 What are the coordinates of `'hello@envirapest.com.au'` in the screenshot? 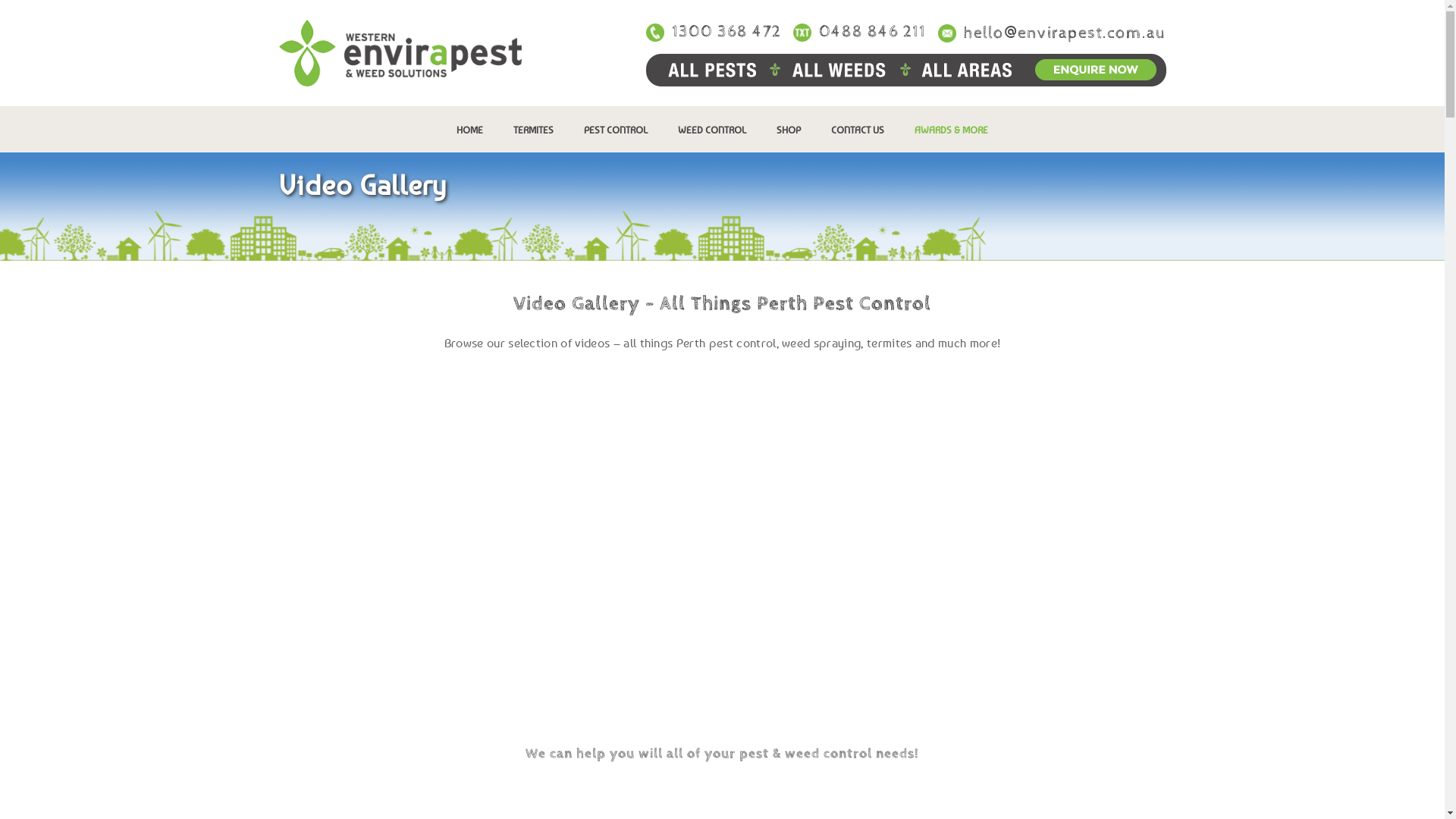 It's located at (1063, 33).